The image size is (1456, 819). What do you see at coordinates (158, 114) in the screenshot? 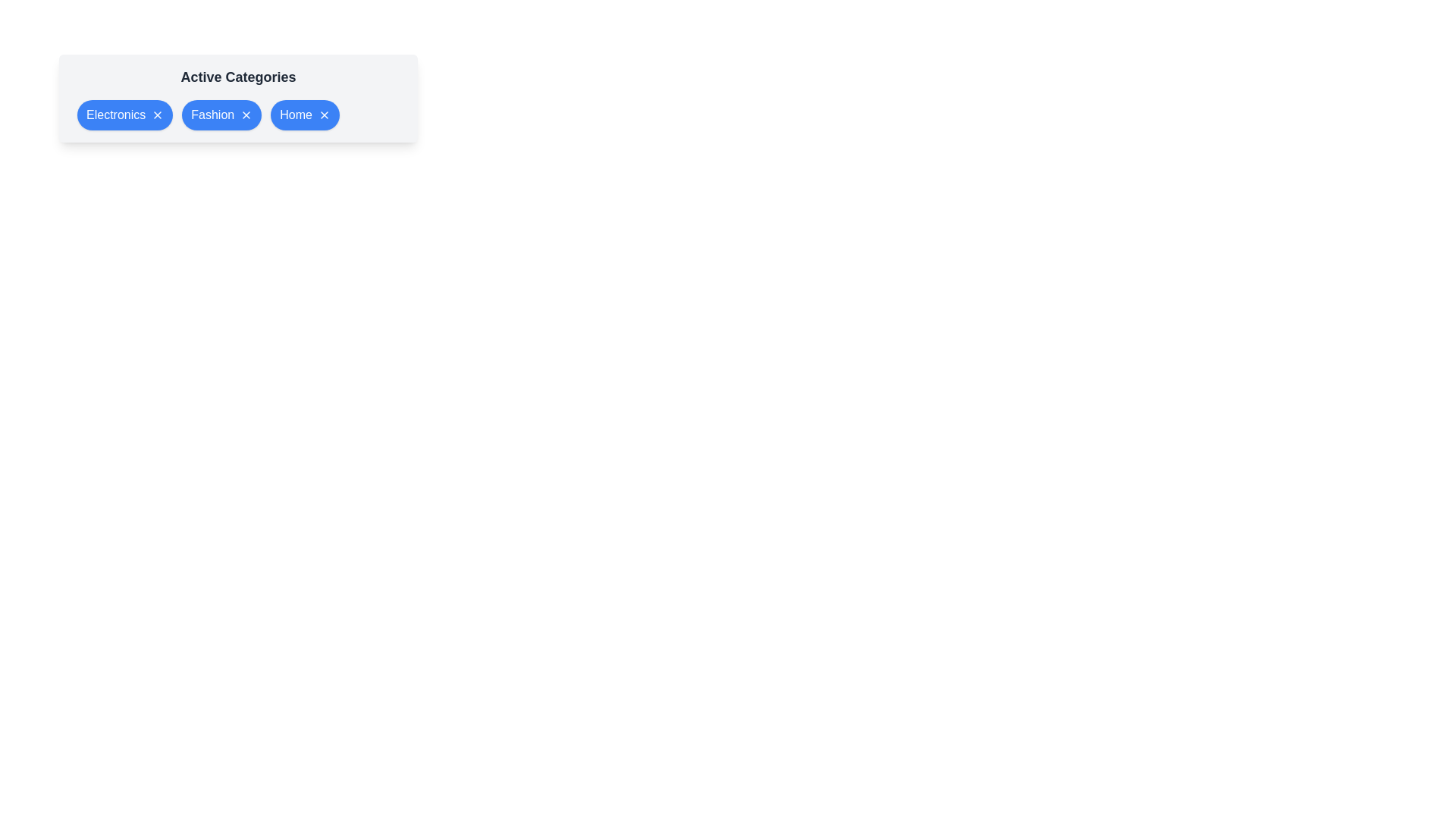
I see `'X' button of the category Electronics to remove it` at bounding box center [158, 114].